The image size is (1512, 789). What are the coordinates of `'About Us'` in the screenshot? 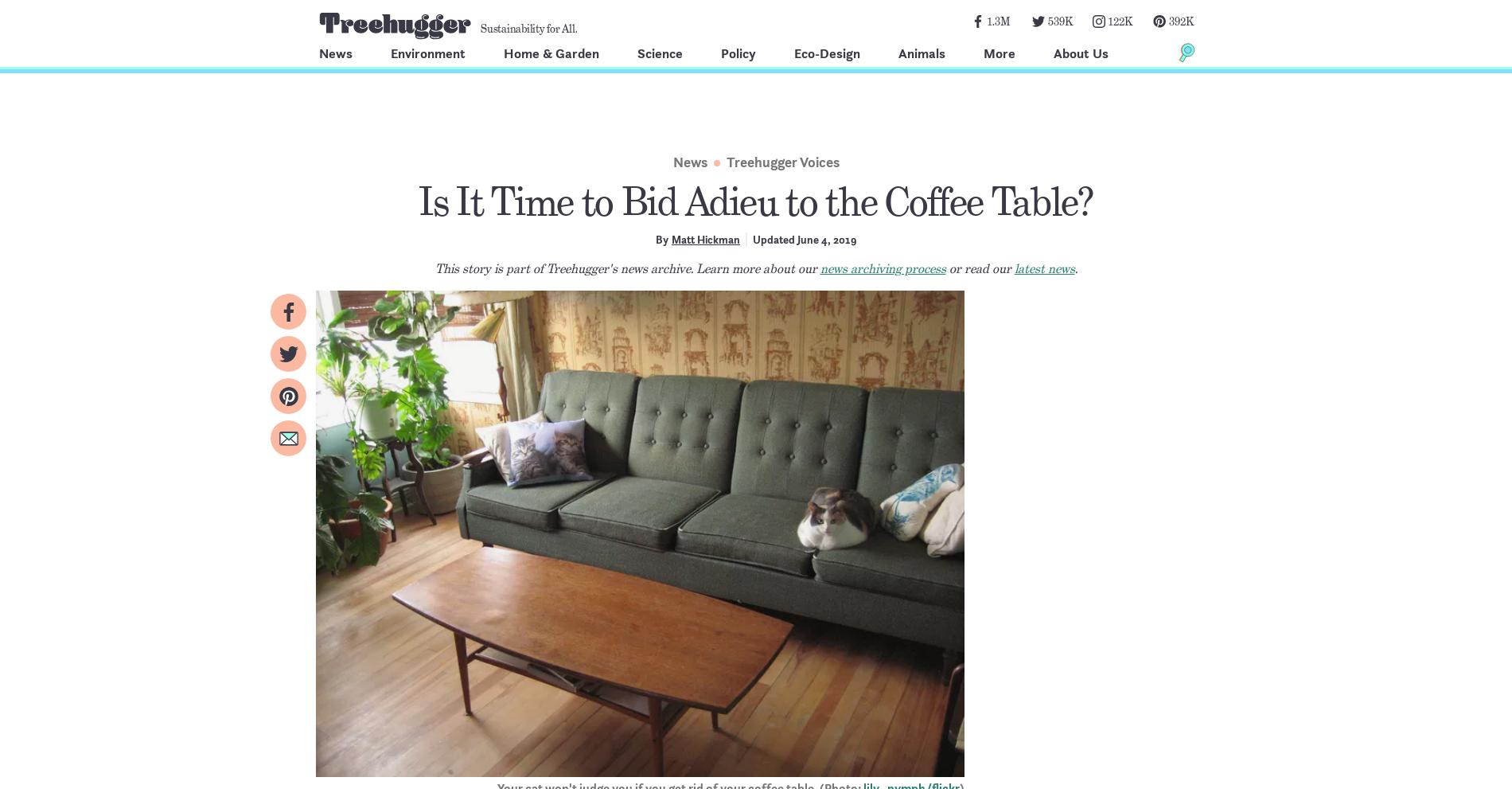 It's located at (1080, 53).